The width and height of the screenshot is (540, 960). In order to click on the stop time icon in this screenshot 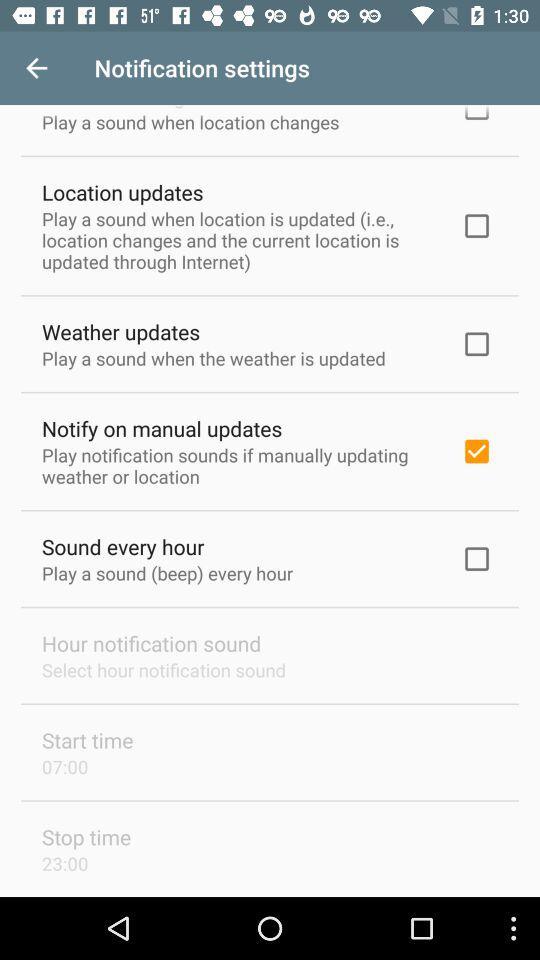, I will do `click(85, 837)`.